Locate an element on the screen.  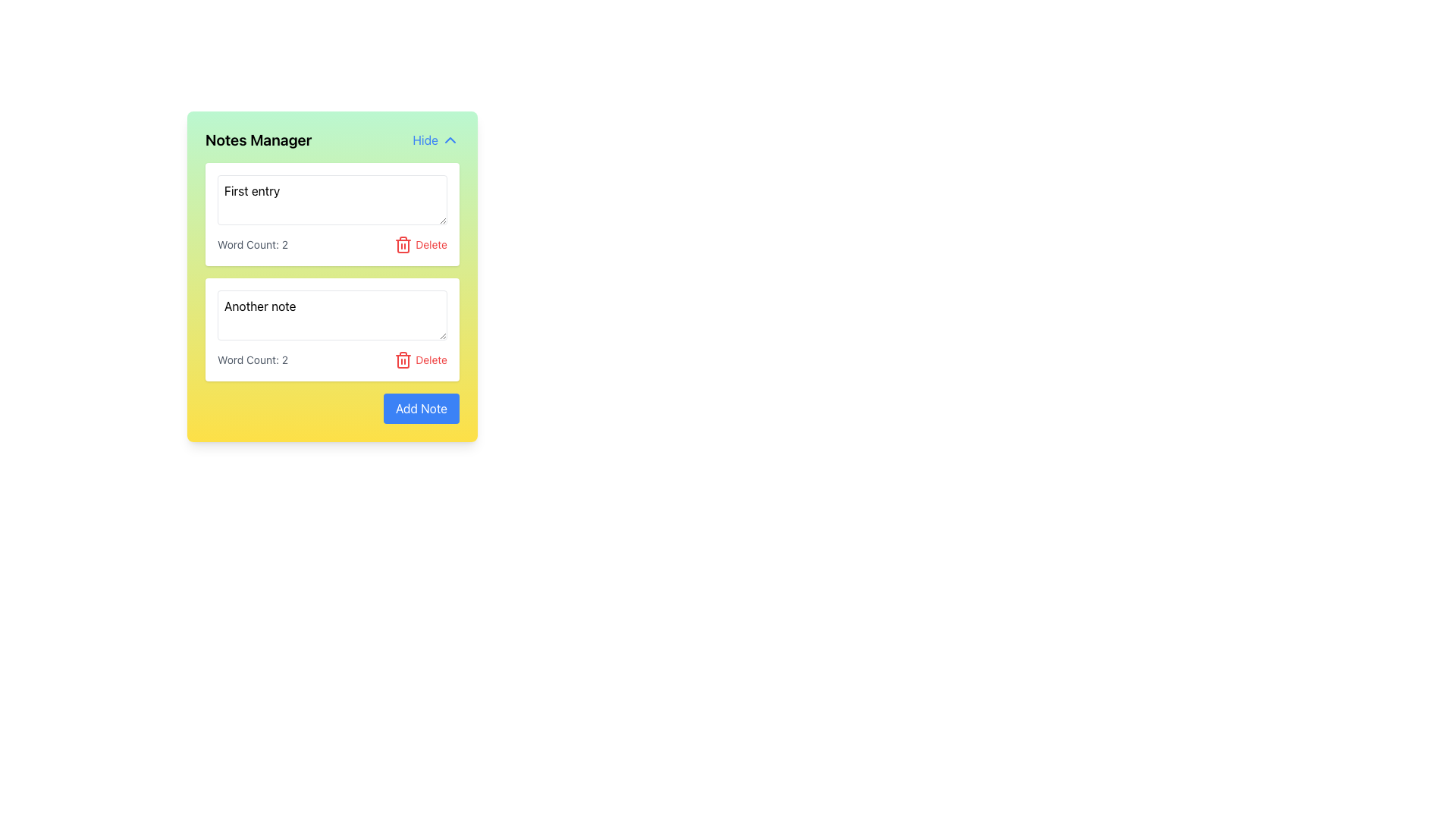
the first note entry in the Notes Manager is located at coordinates (331, 214).